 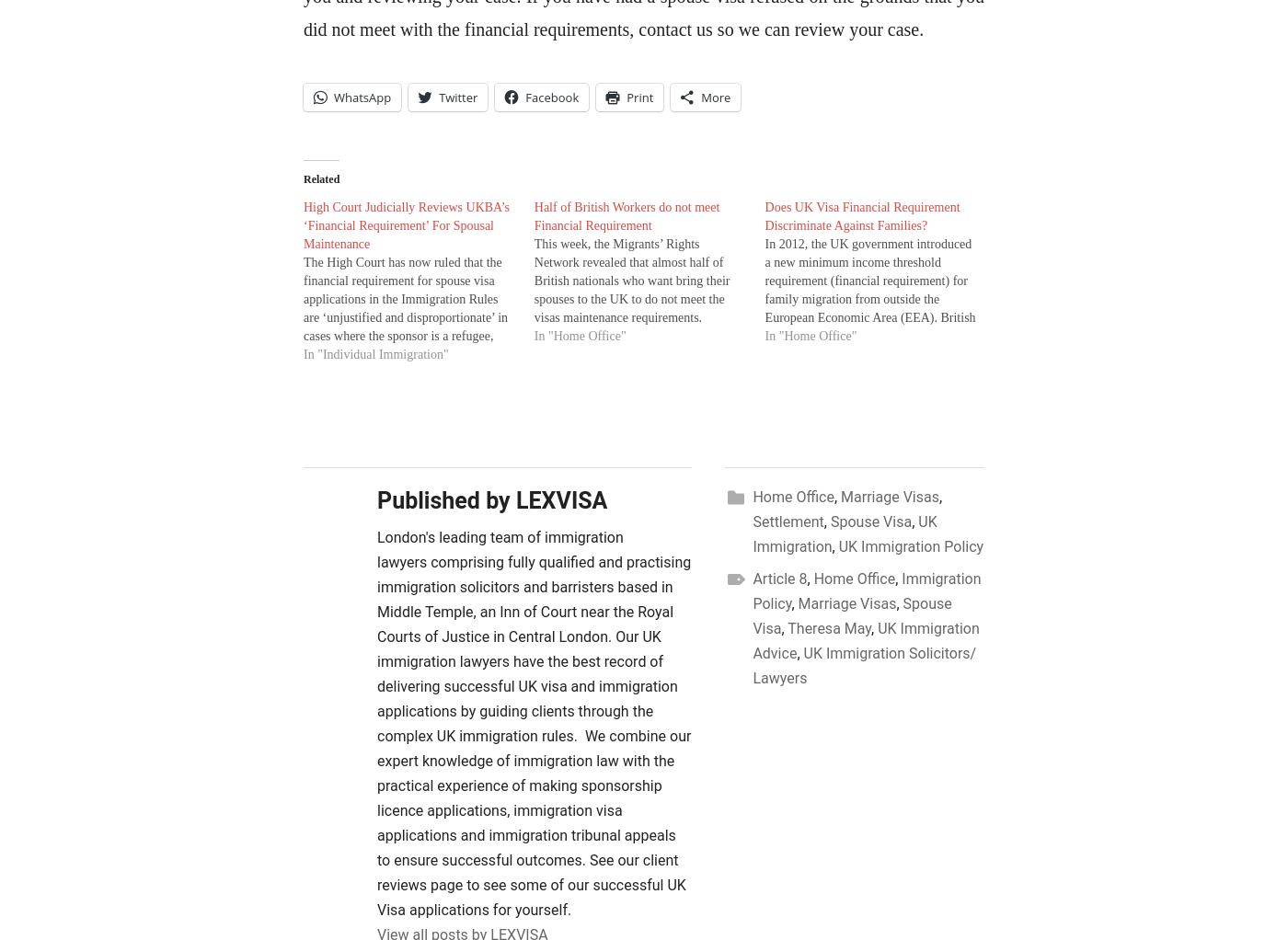 What do you see at coordinates (377, 723) in the screenshot?
I see `'London's leading team of immigration lawyers comprising fully qualified and practising immigration solicitors and barristers based in Middle Temple, an Inn of Court near the Royal Courts of Justice in Central London.
Our UK immigration lawyers have the best record of delivering successful UK visa and immigration applications by guiding clients through the complex UK immigration rules. 
We combine our expert knowledge of immigration law with the practical experience of making sponsorship licence applications, immigration visa applications and immigration tribunal appeals to ensure successful outcomes.
See our client reviews page to see some of our successful UK Visa applications for yourself.'` at bounding box center [377, 723].